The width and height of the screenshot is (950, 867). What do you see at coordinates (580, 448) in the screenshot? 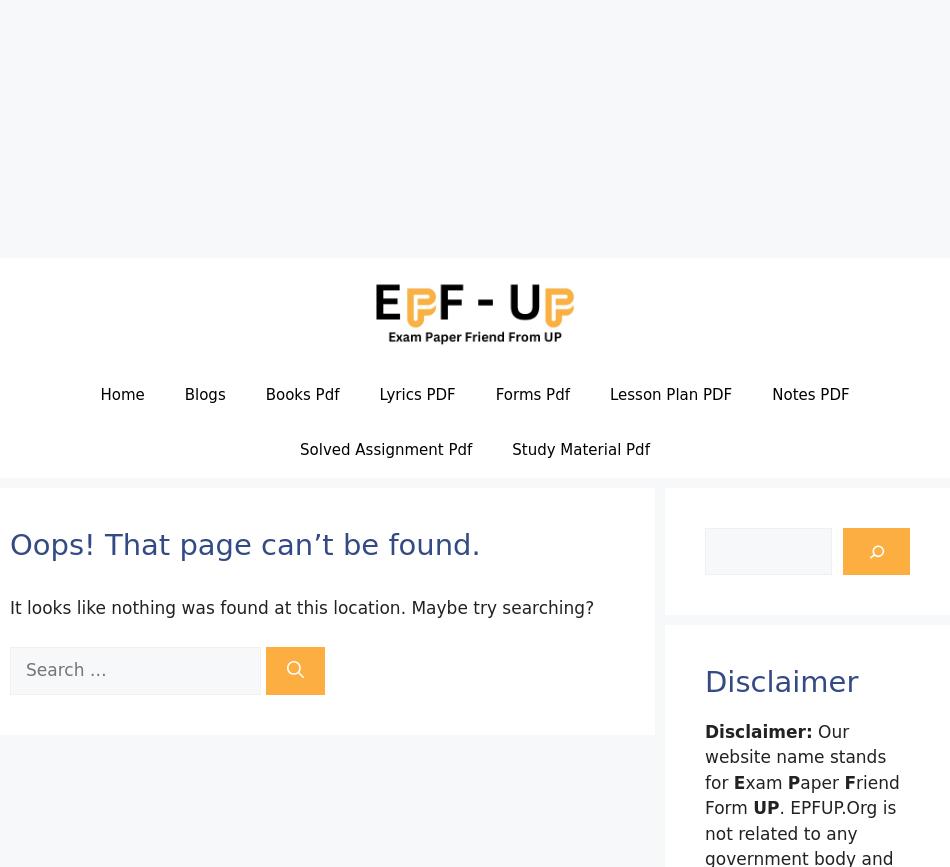
I see `'Study Material Pdf'` at bounding box center [580, 448].